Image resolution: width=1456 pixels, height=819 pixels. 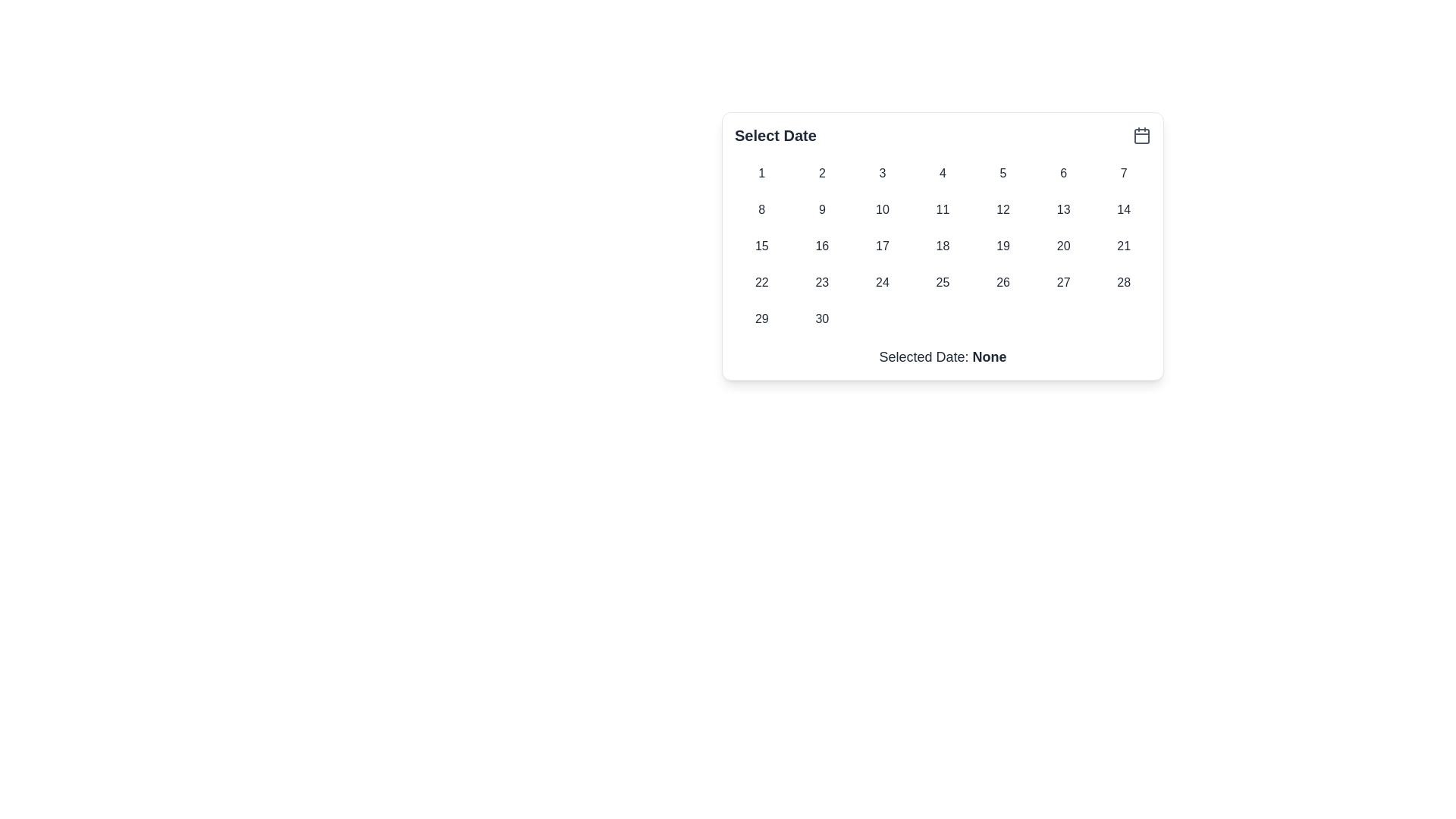 I want to click on the button for selecting the number '5' in the calendar grid, so click(x=1003, y=172).